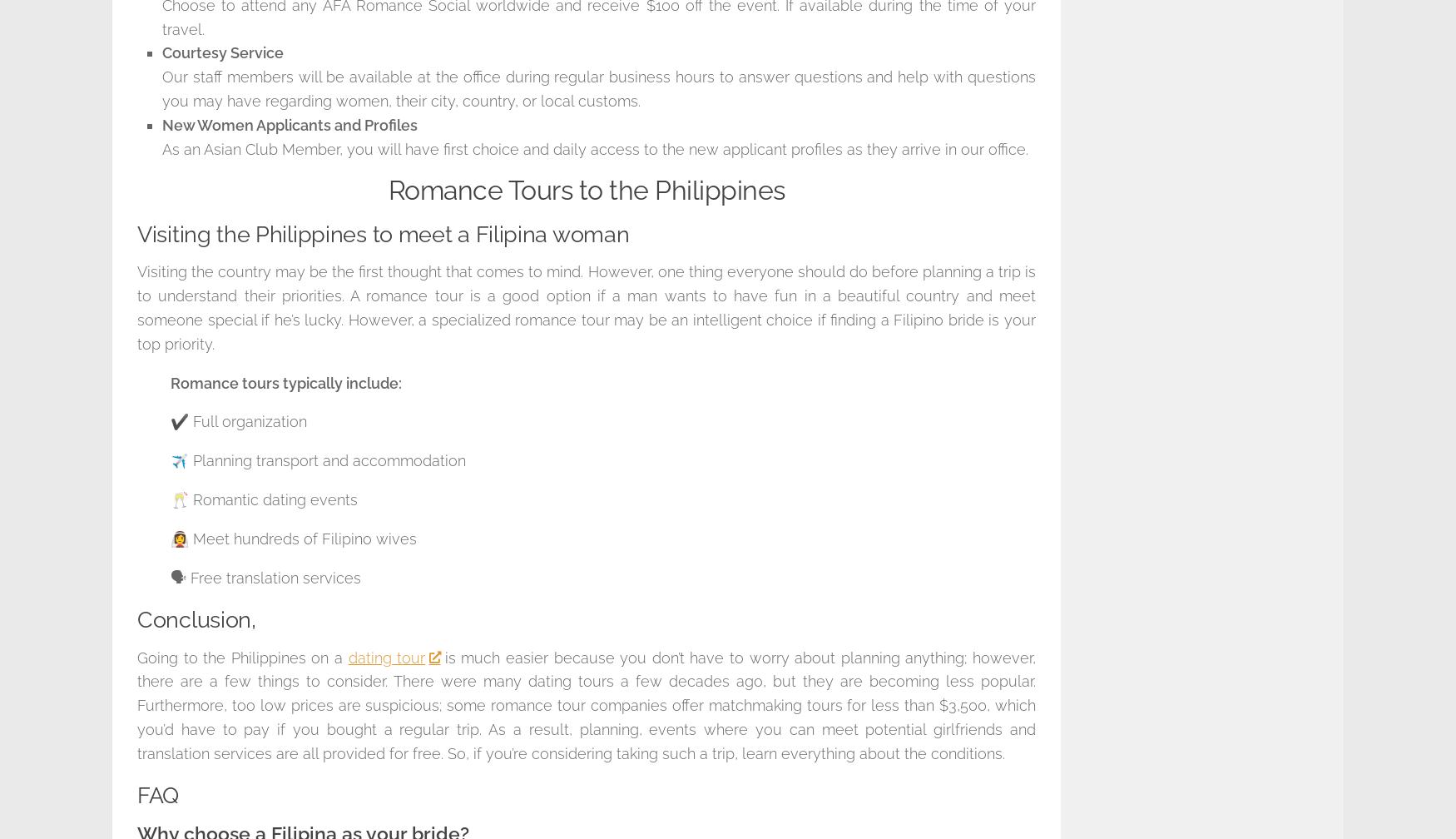 The height and width of the screenshot is (839, 1456). Describe the element at coordinates (587, 307) in the screenshot. I see `'Visiting the country may be the first thought that comes to mind. However, one thing everyone should do before planning a trip is to understand their priorities. A romance tour is a good option if a man wants to have fun in a beautiful country and meet someone special if he’s lucky. However, a specialized romance tour may be an intelligent choice if finding a Filipino bride is your top priority.'` at that location.